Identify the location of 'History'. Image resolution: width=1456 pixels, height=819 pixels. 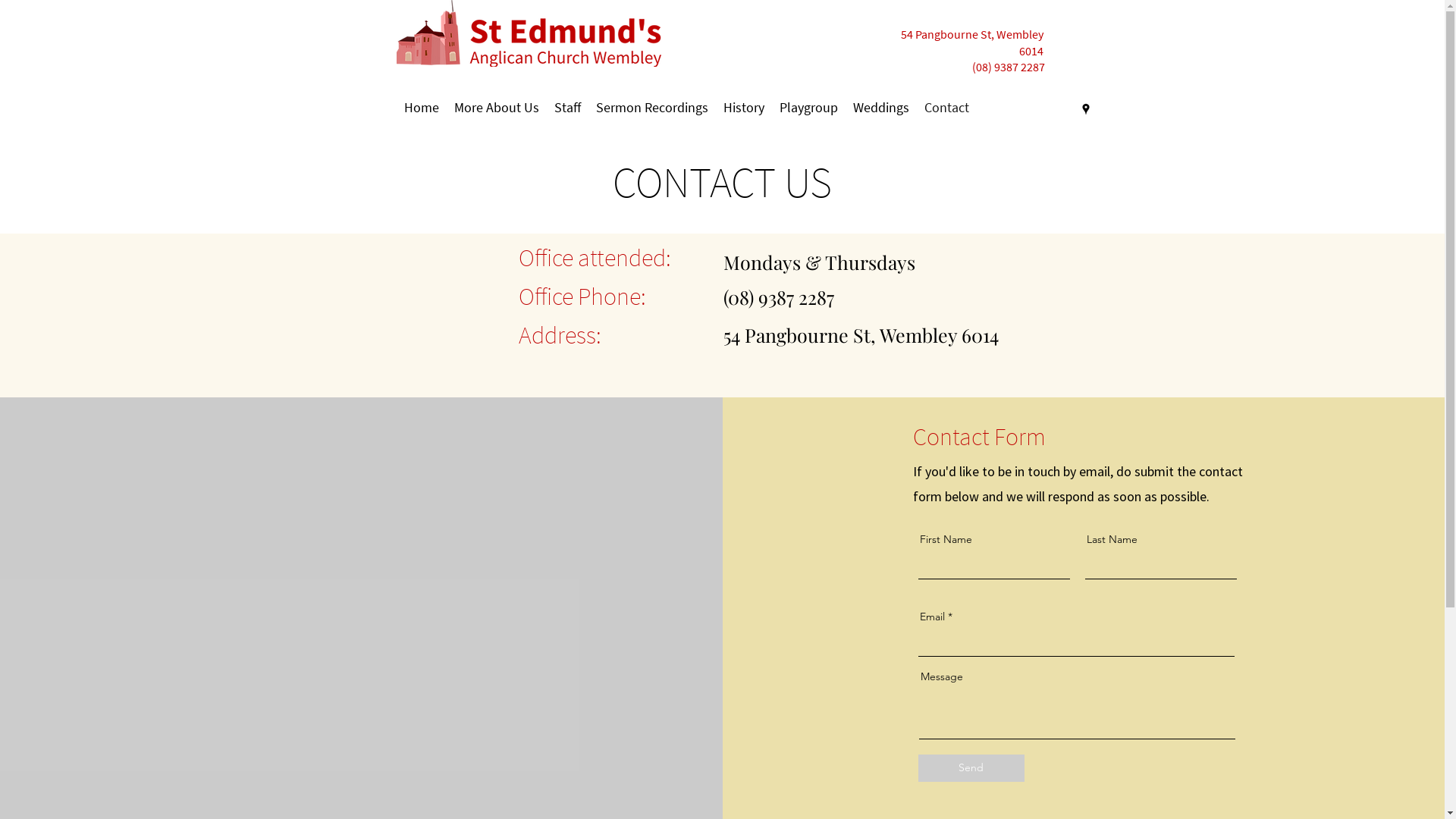
(743, 107).